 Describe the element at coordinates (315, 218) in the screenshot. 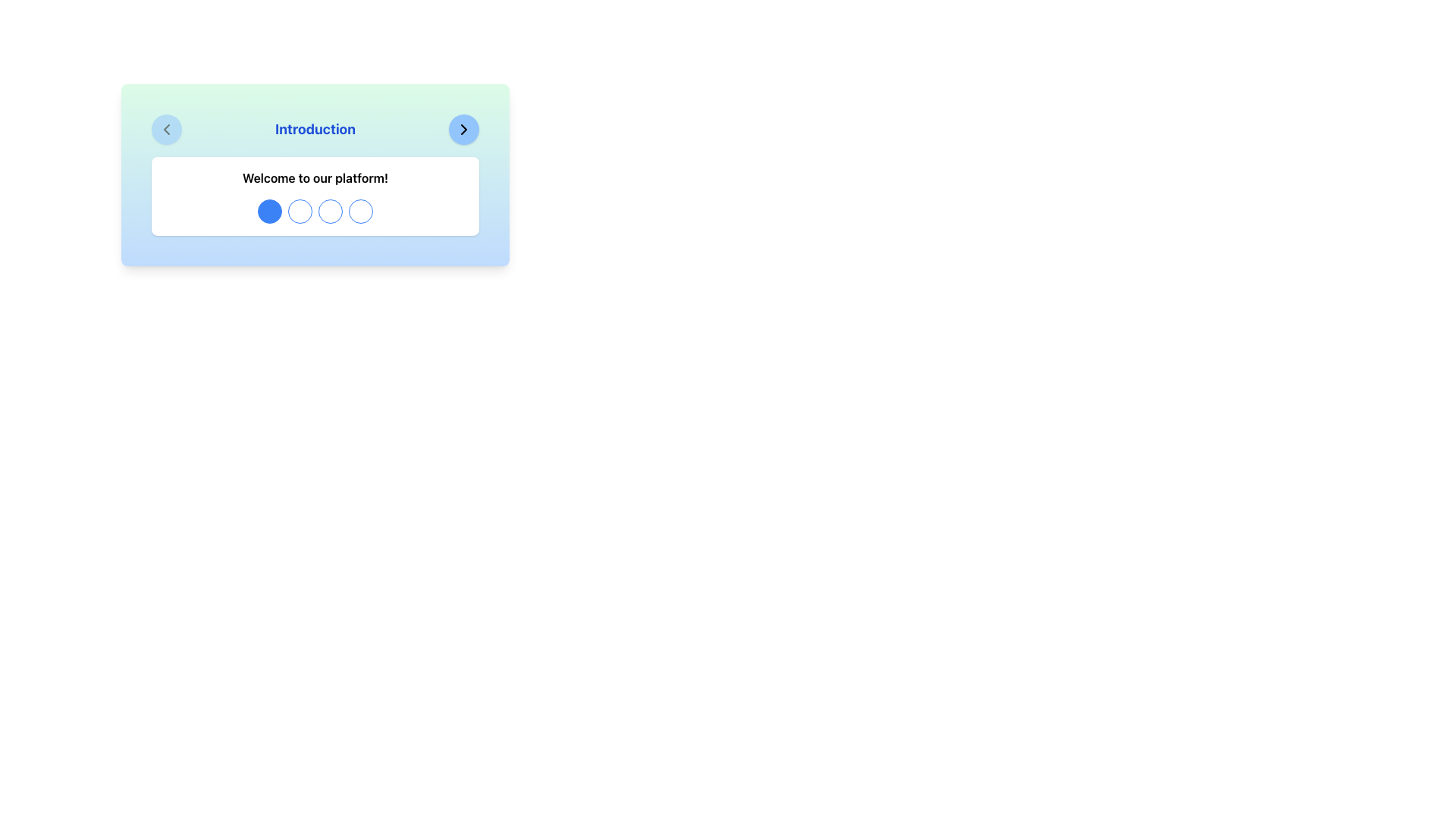

I see `the Interactive Circle Indicator, which is a clickable white circle with a thin blue border located in the middle of the interface beneath the welcome message` at that location.